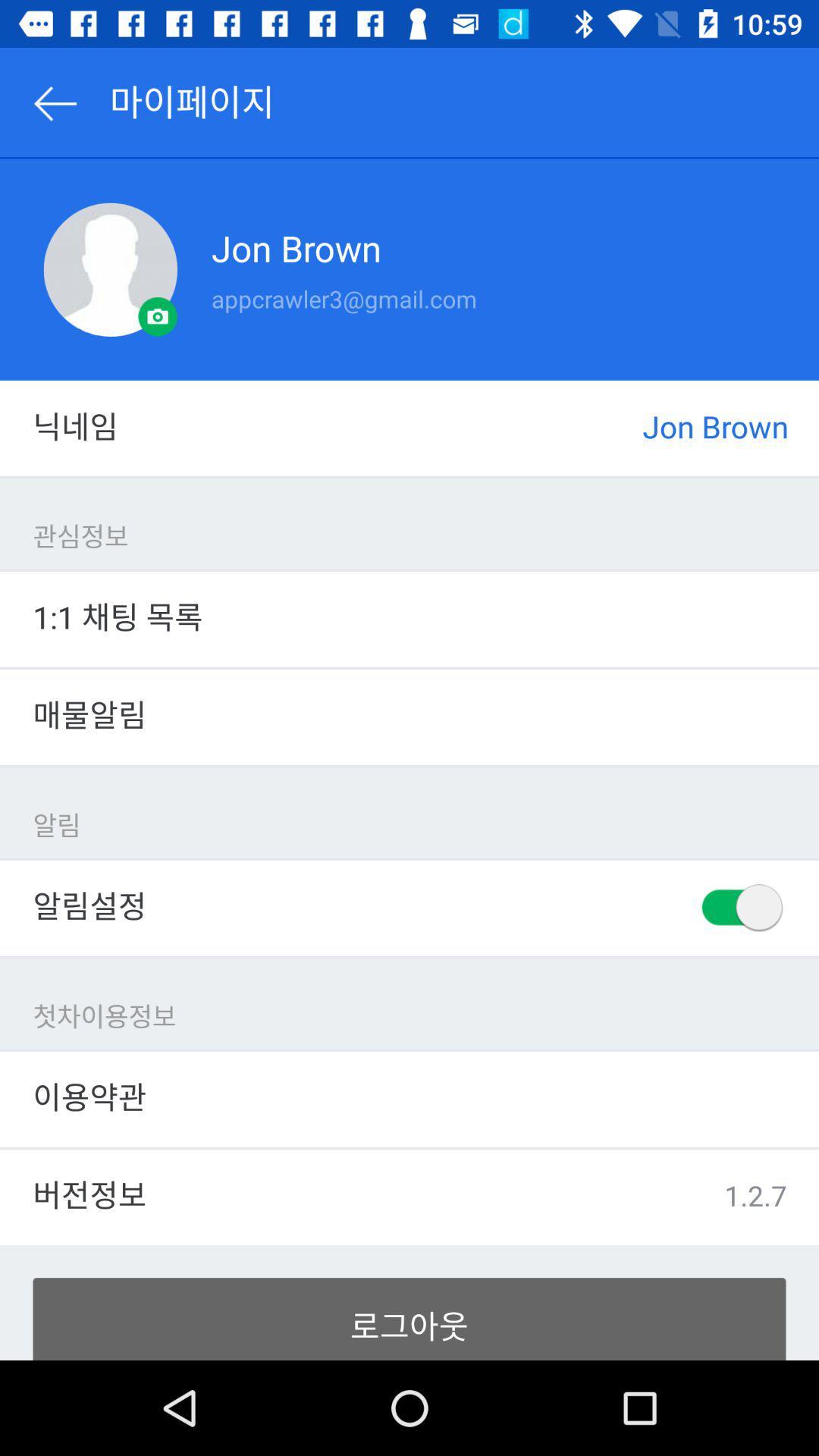 This screenshot has width=819, height=1456. What do you see at coordinates (109, 269) in the screenshot?
I see `the item to the left of jon brown item` at bounding box center [109, 269].